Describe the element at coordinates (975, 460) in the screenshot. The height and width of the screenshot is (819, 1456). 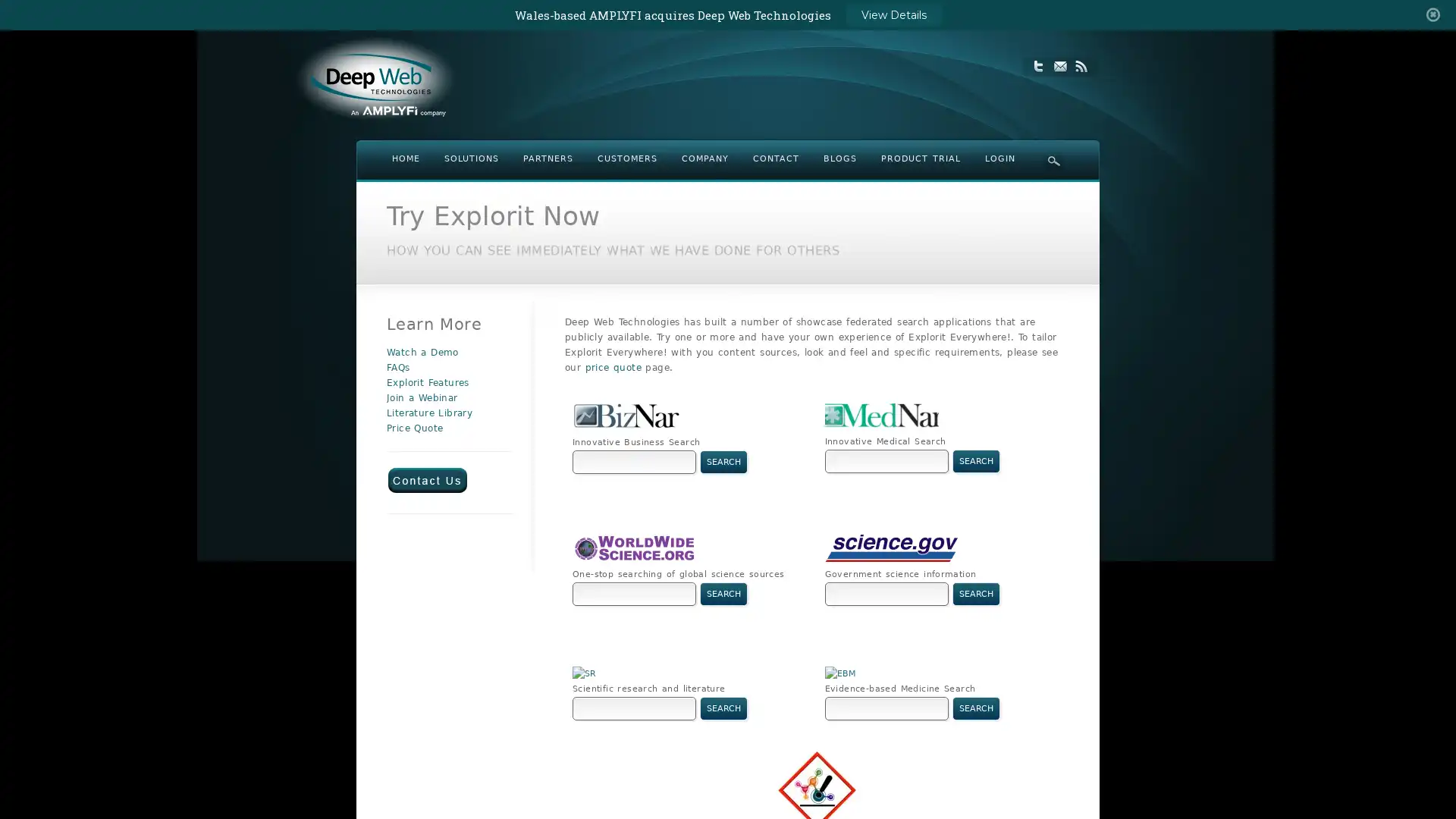
I see `Search` at that location.